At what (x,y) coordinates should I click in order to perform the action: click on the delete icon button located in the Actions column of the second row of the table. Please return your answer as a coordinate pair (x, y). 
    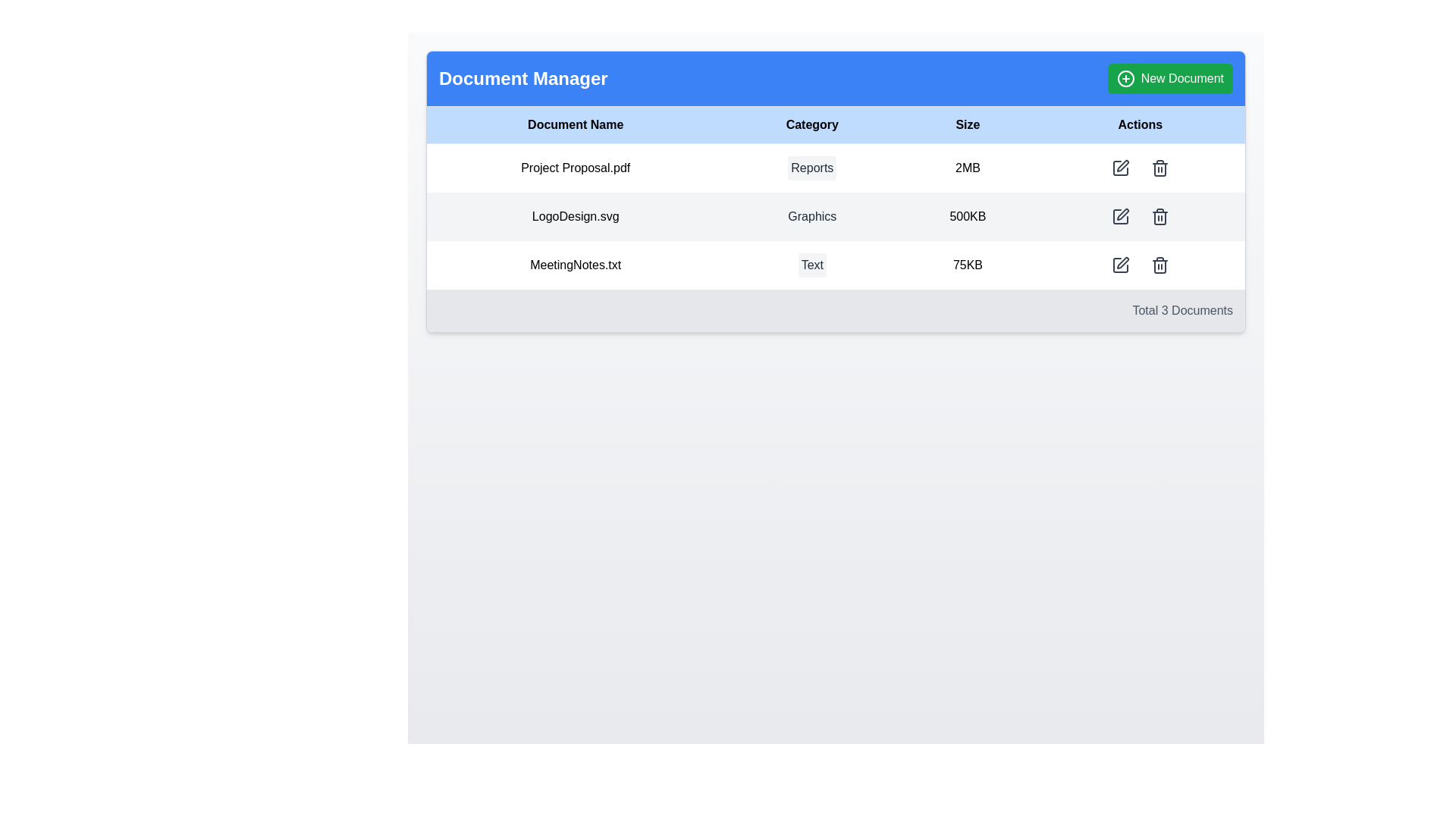
    Looking at the image, I should click on (1159, 216).